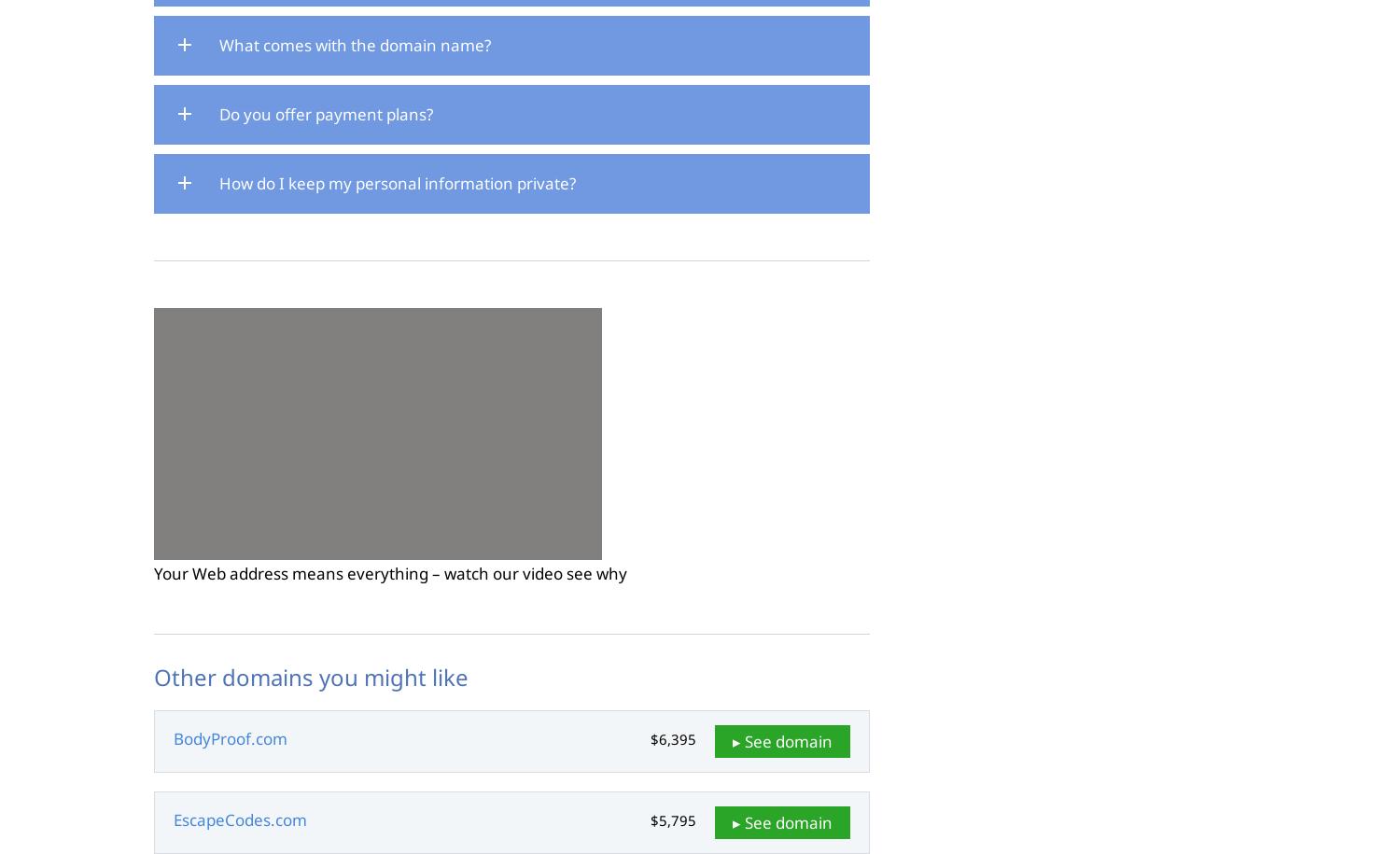  What do you see at coordinates (218, 181) in the screenshot?
I see `'How do I keep my personal information private?'` at bounding box center [218, 181].